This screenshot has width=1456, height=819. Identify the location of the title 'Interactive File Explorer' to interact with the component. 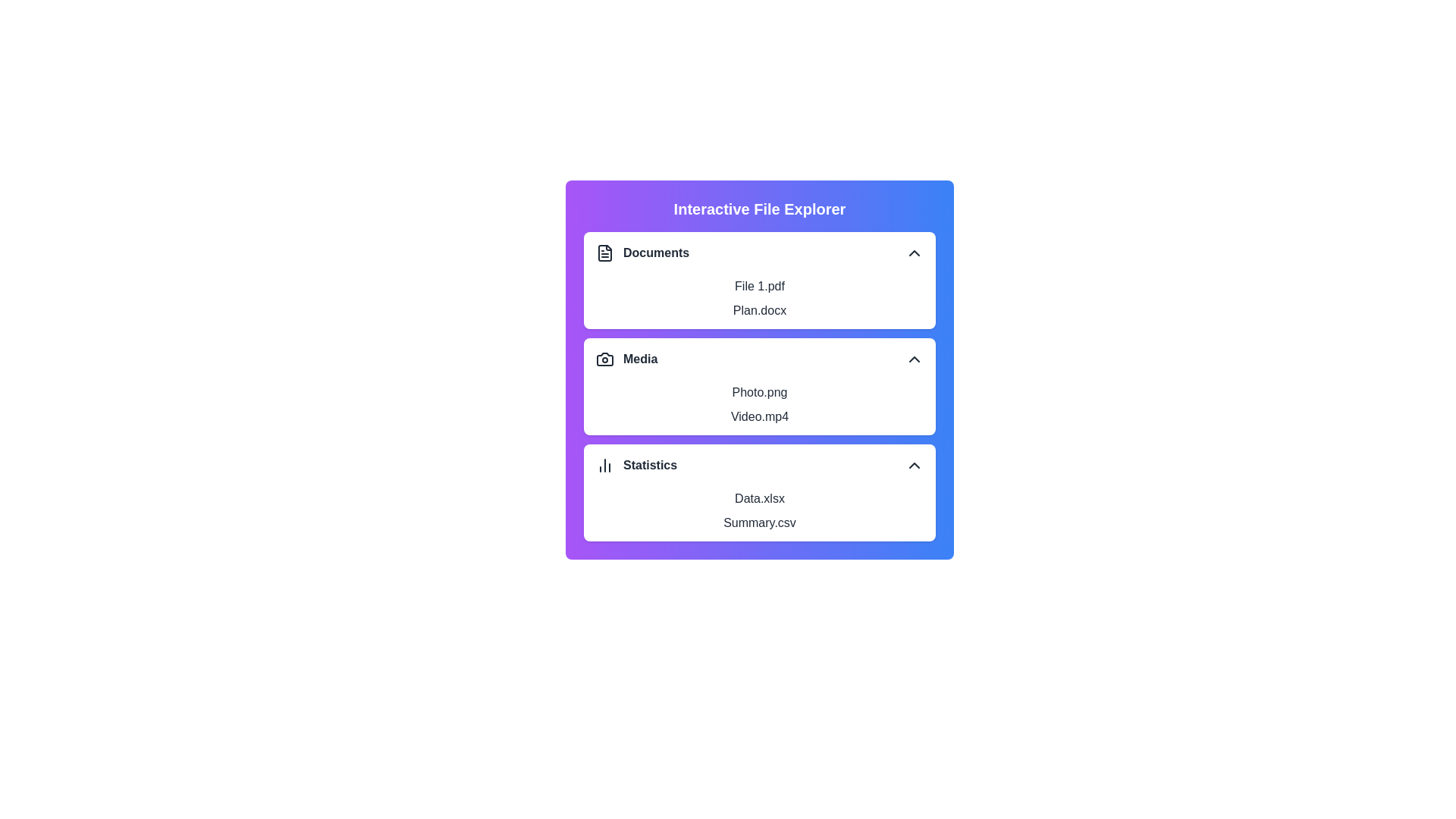
(760, 209).